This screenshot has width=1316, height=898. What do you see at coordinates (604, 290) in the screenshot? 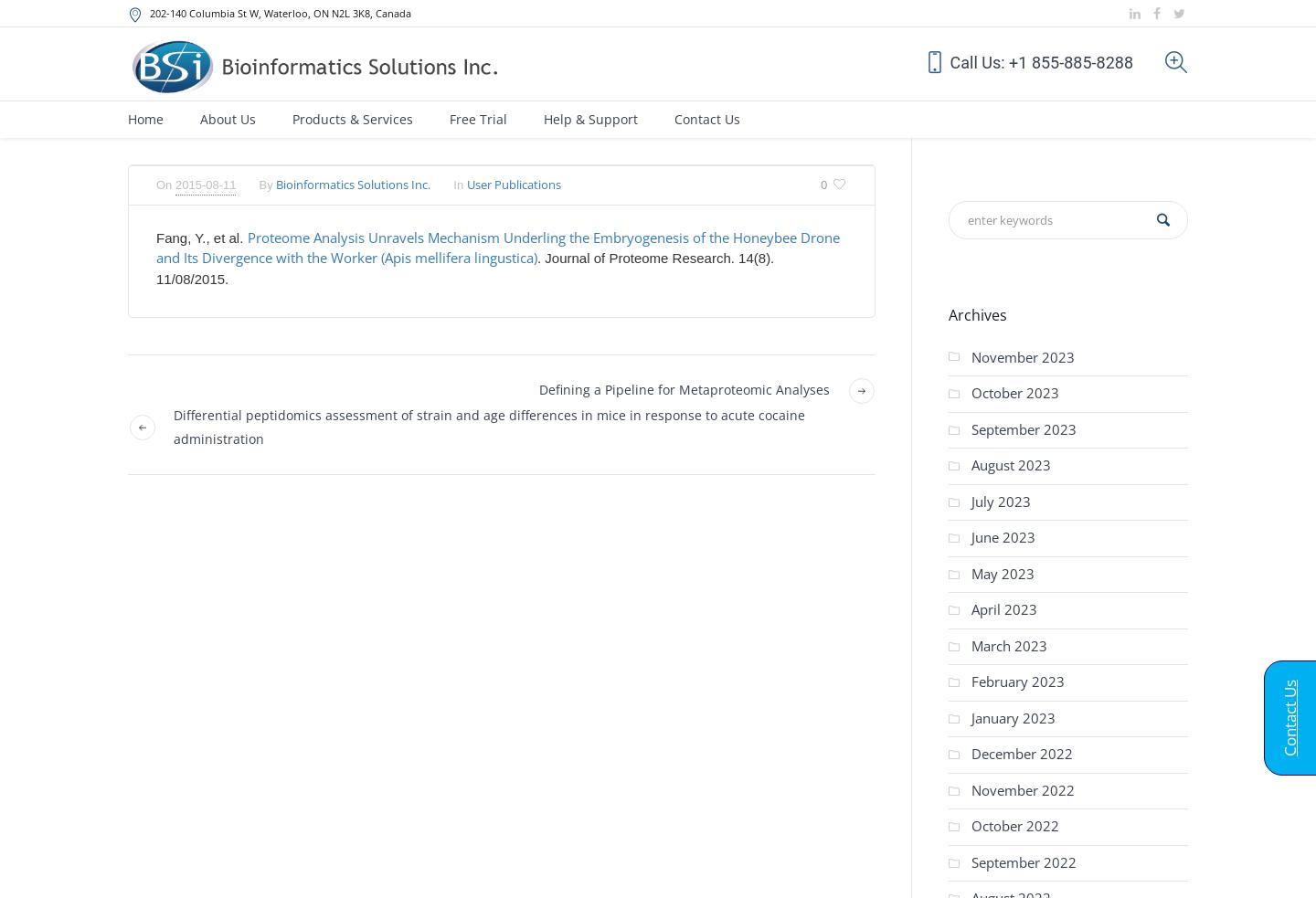
I see `'Database Search Scoring'` at bounding box center [604, 290].